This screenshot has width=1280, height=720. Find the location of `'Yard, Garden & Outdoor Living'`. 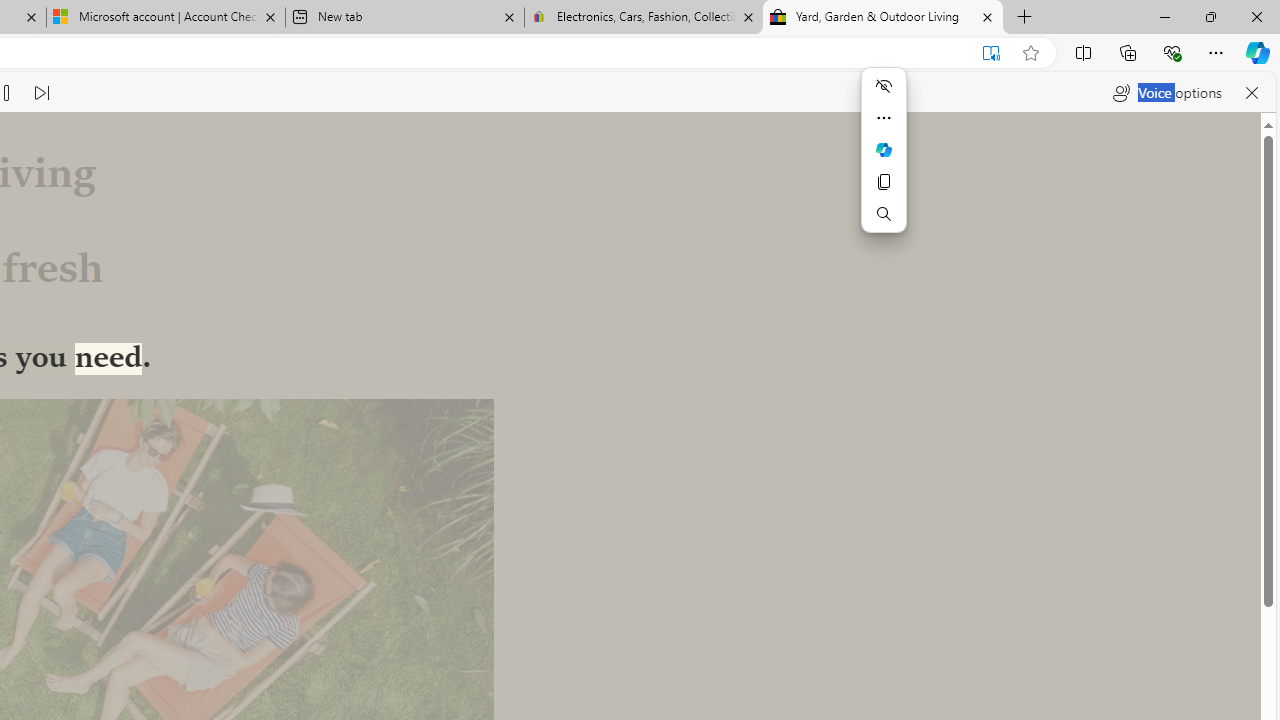

'Yard, Garden & Outdoor Living' is located at coordinates (882, 17).